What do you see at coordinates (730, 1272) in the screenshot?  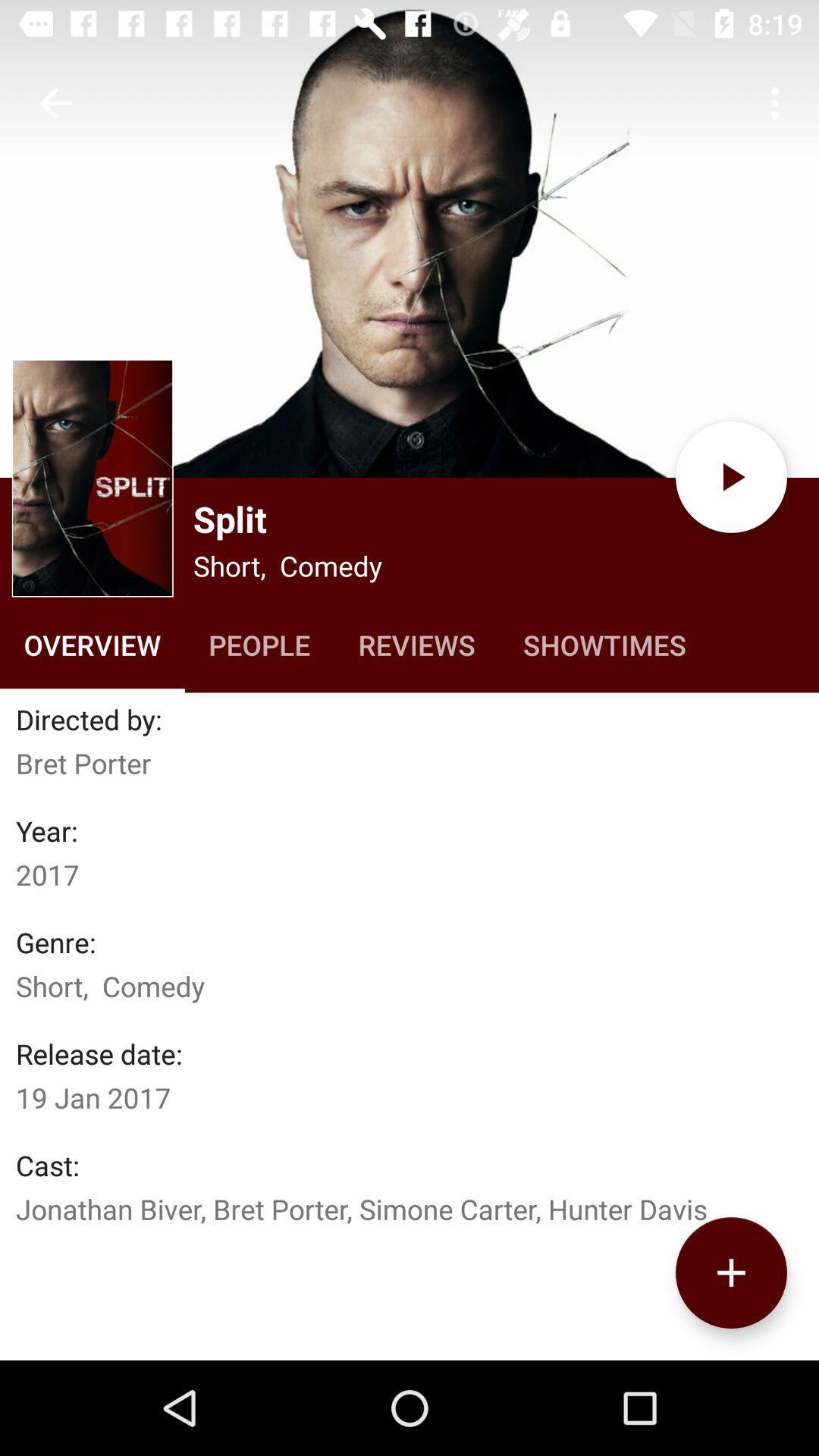 I see `to play` at bounding box center [730, 1272].